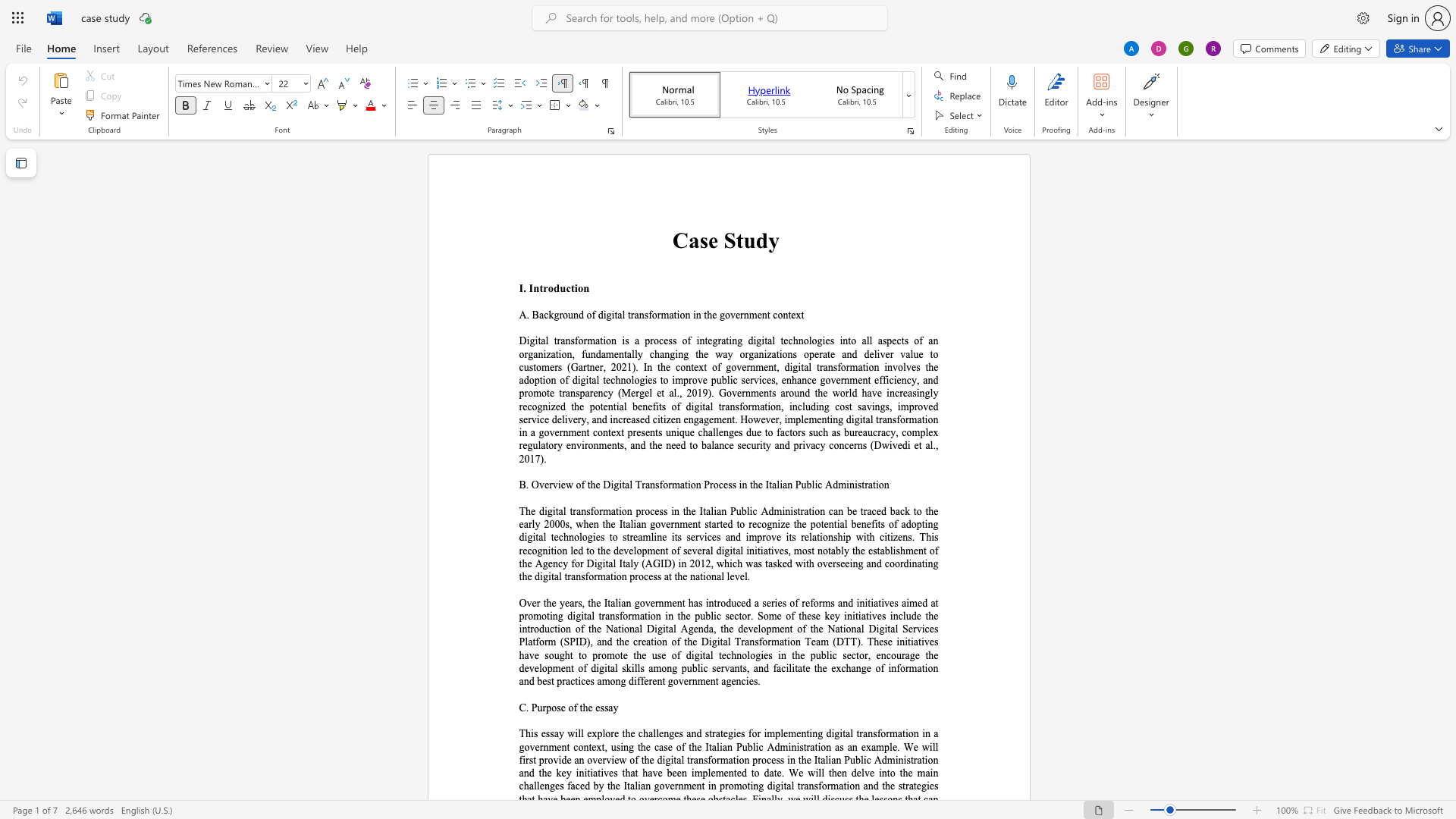 The height and width of the screenshot is (819, 1456). Describe the element at coordinates (767, 239) in the screenshot. I see `the space between the continuous character "d" and "y" in the text` at that location.